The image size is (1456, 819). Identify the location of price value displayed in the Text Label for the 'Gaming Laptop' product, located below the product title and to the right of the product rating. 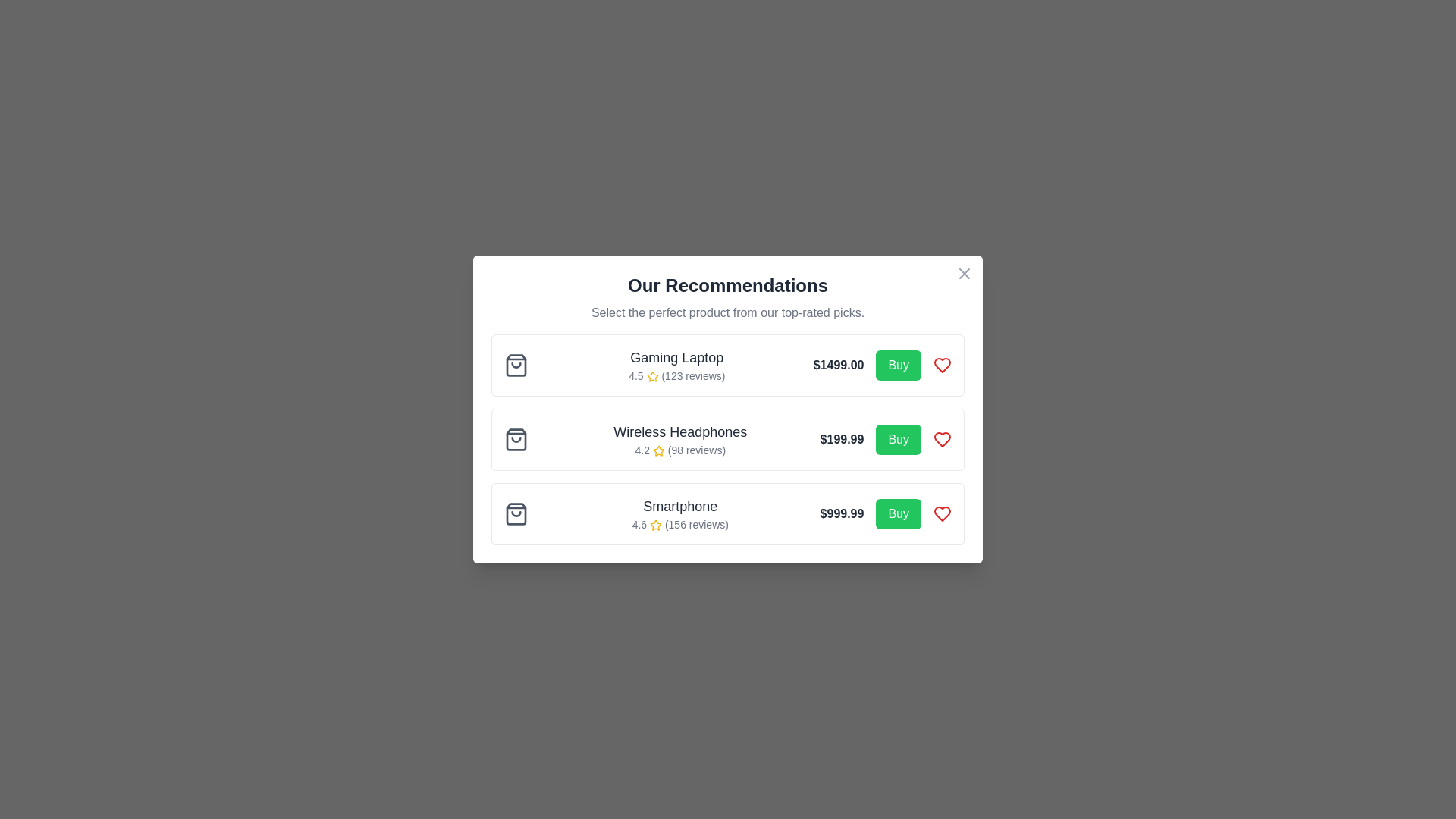
(838, 366).